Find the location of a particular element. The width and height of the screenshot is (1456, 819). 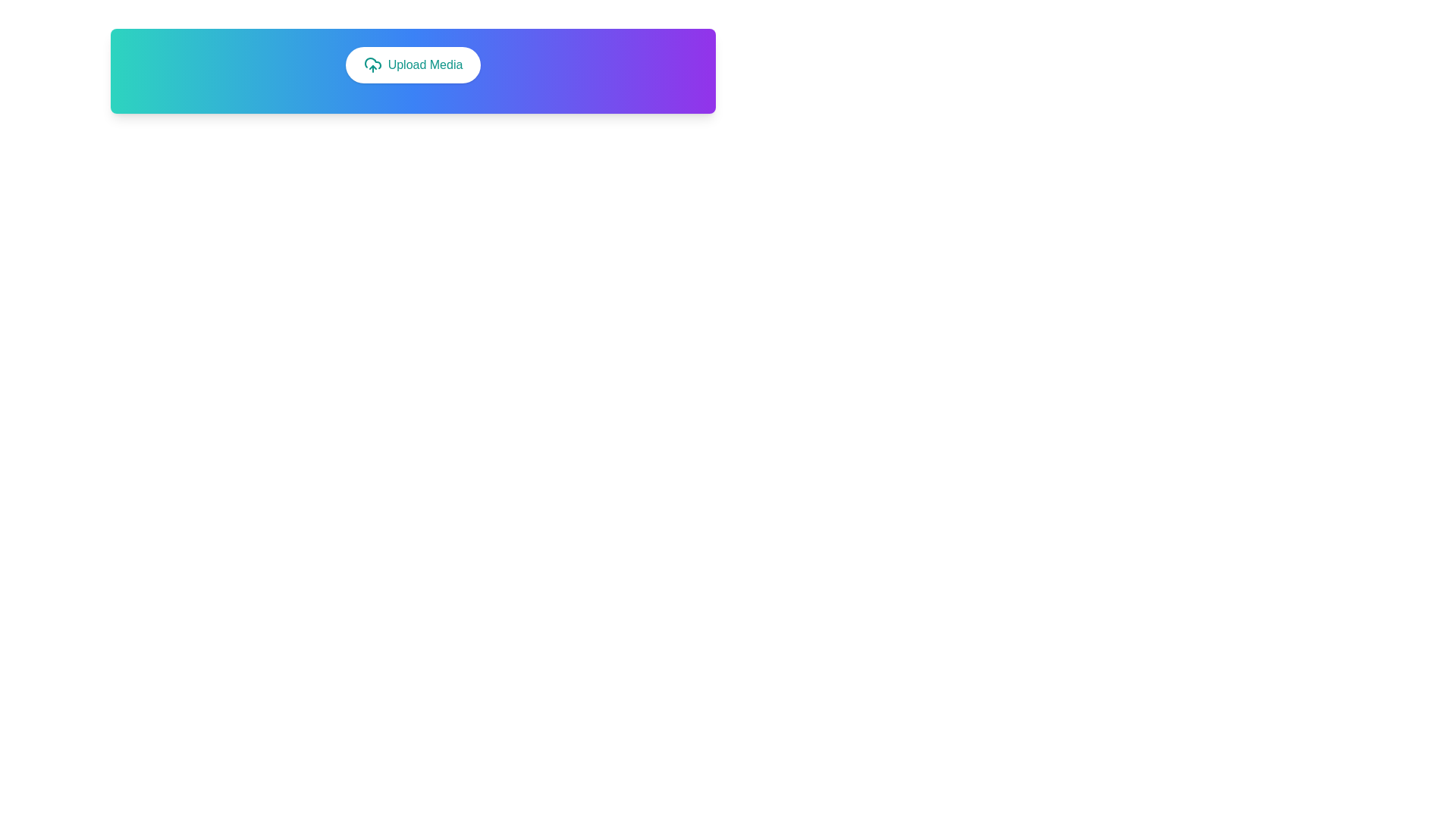

the upload icon located to the left of the 'Upload Media' button, which visually indicates the functionality of uploading files or media is located at coordinates (372, 64).